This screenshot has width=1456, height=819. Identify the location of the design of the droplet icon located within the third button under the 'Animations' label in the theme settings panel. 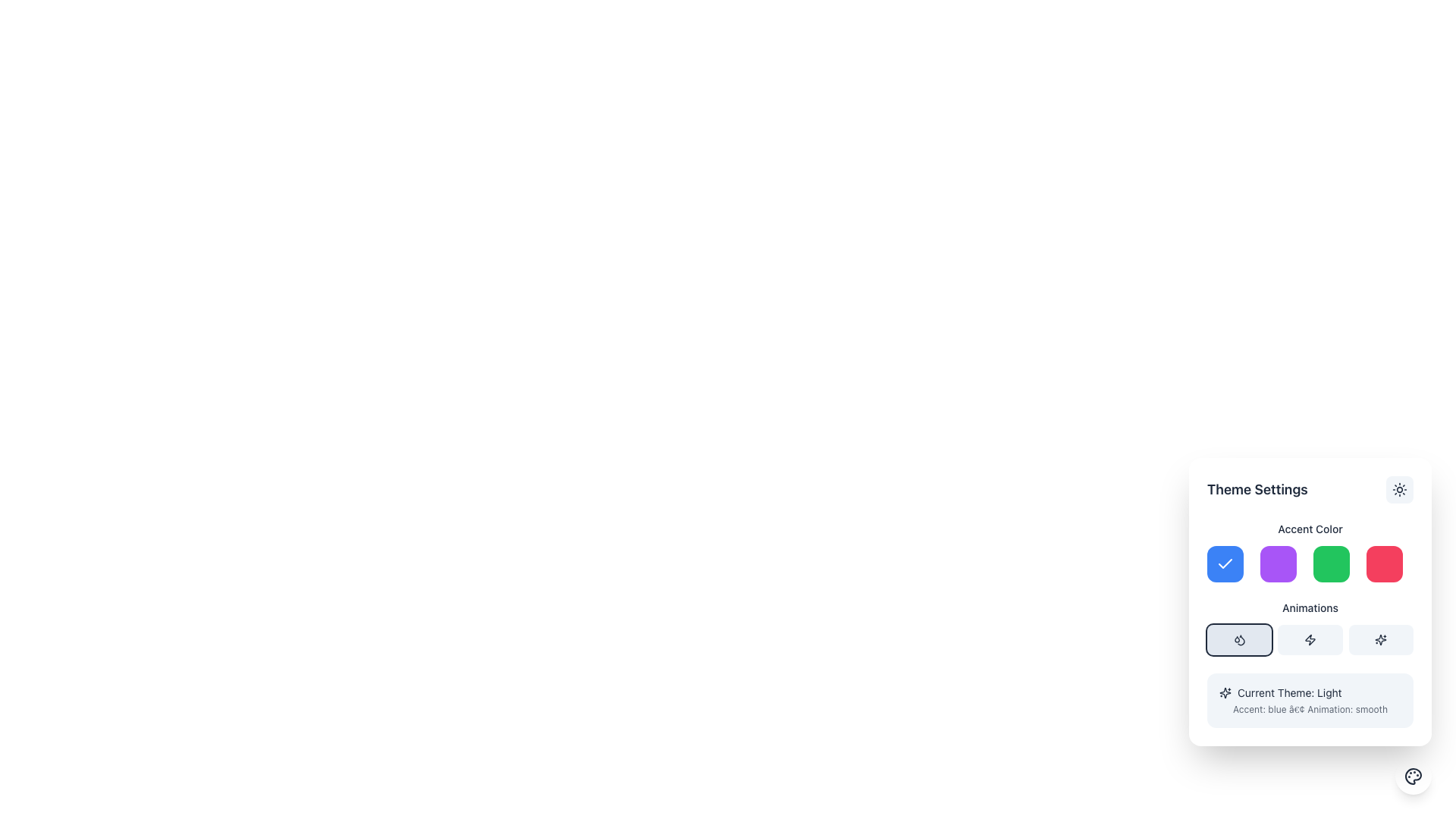
(1241, 640).